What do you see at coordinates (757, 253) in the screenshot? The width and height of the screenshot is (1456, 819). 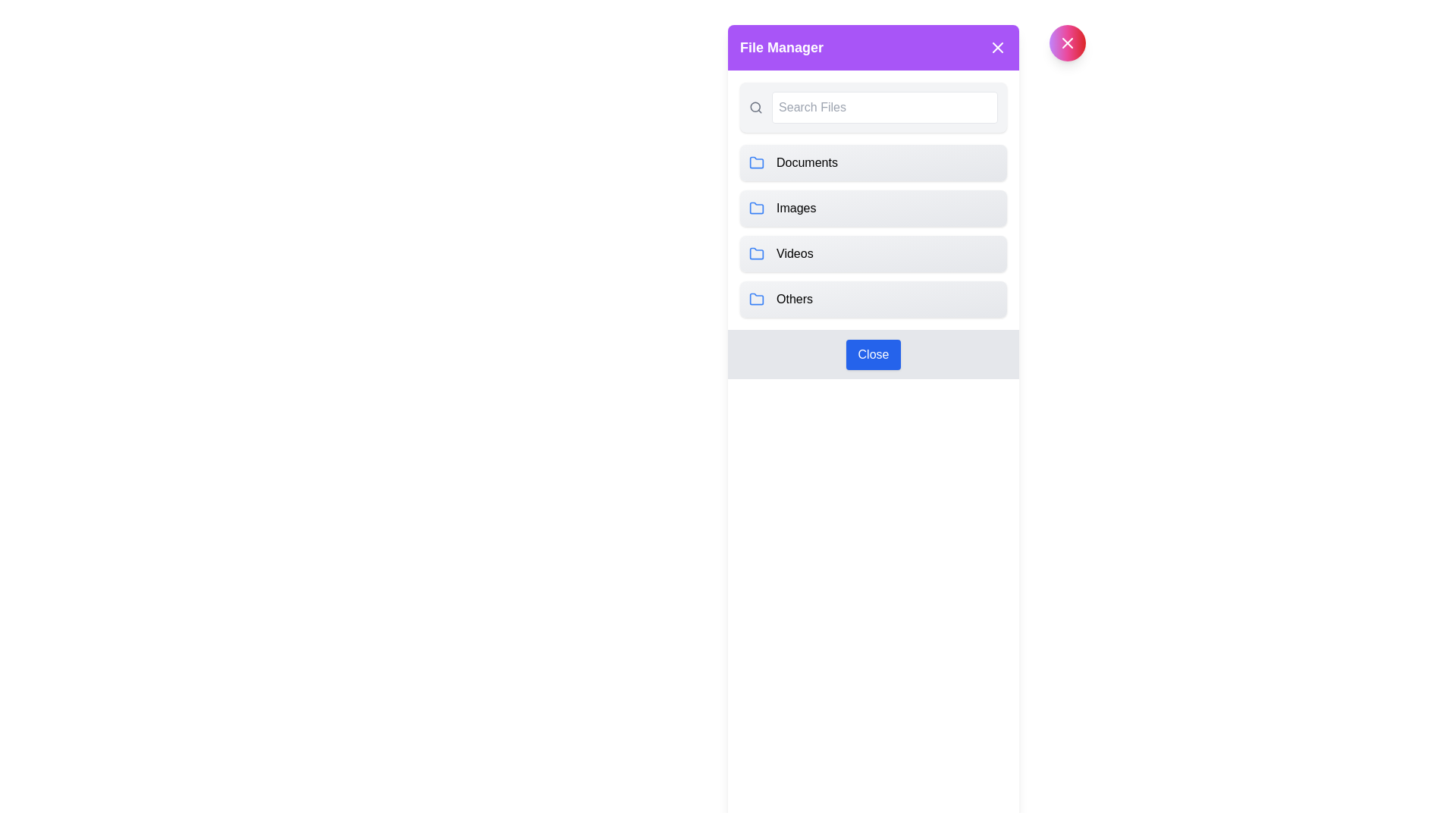 I see `the third folder icon labeled 'Videos', which is located next to the 'Videos' label within a vertical list of icons` at bounding box center [757, 253].